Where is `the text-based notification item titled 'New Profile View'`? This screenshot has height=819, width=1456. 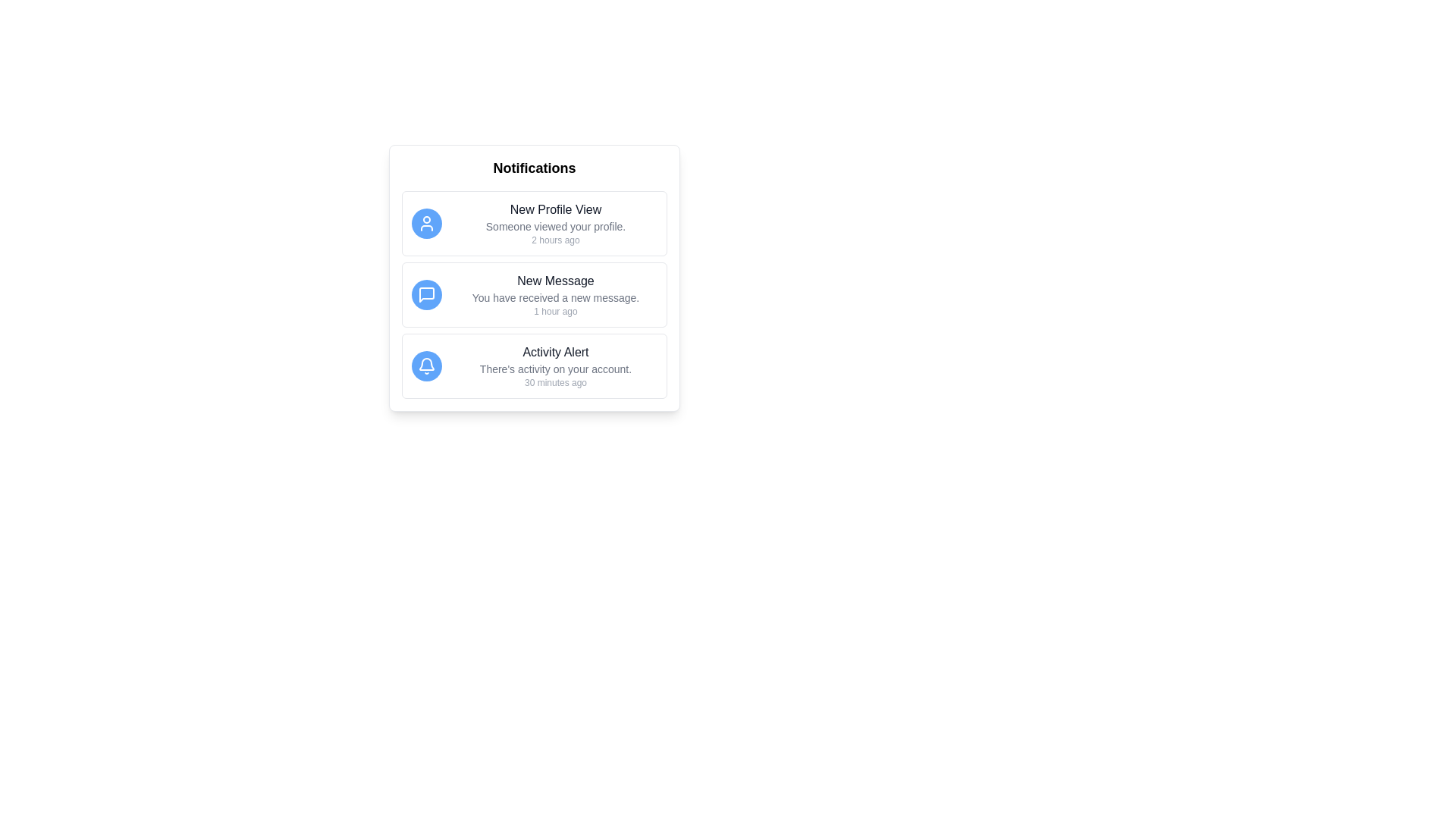
the text-based notification item titled 'New Profile View' is located at coordinates (555, 223).